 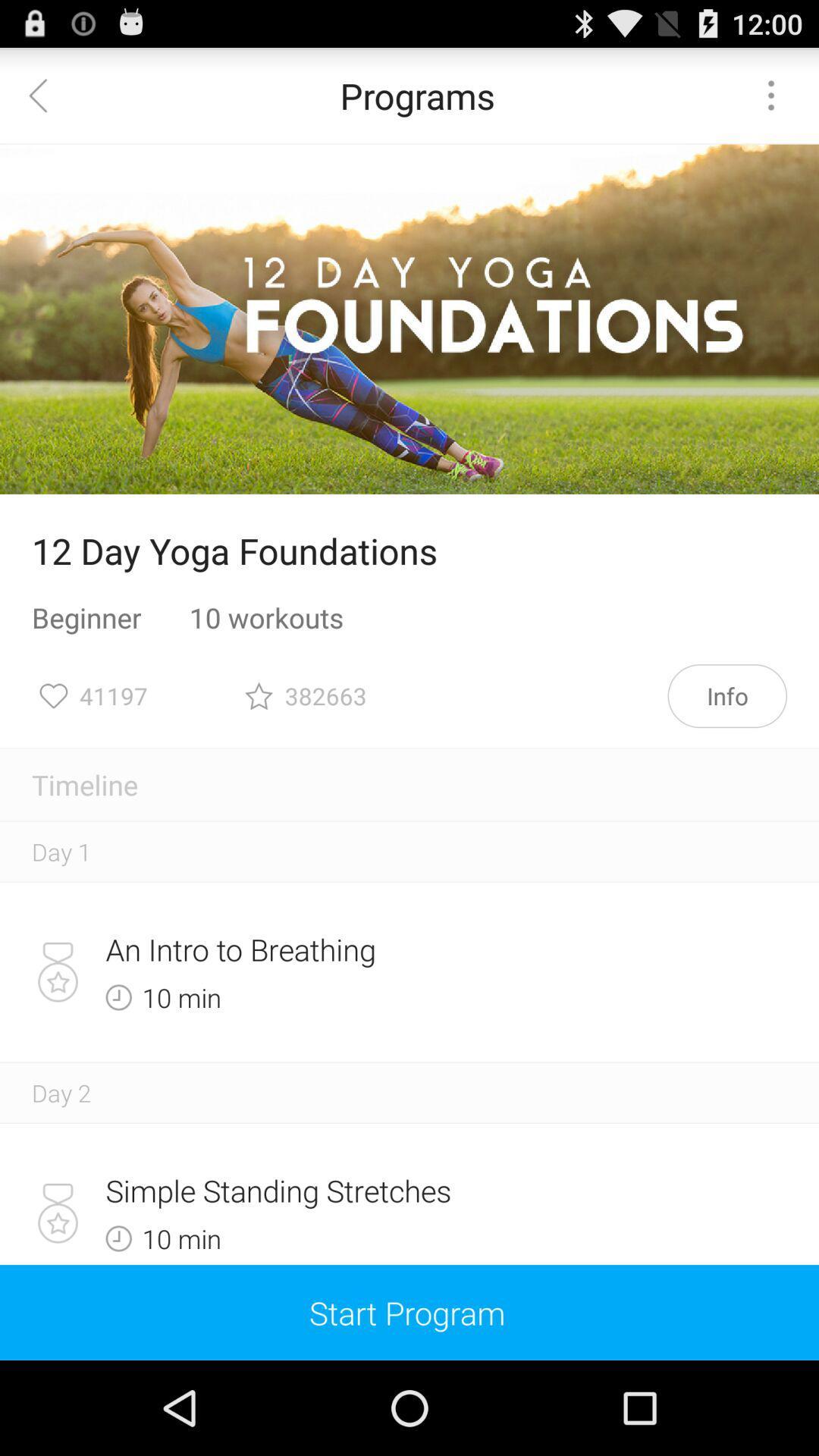 What do you see at coordinates (409, 318) in the screenshot?
I see `item above 12 day yoga item` at bounding box center [409, 318].